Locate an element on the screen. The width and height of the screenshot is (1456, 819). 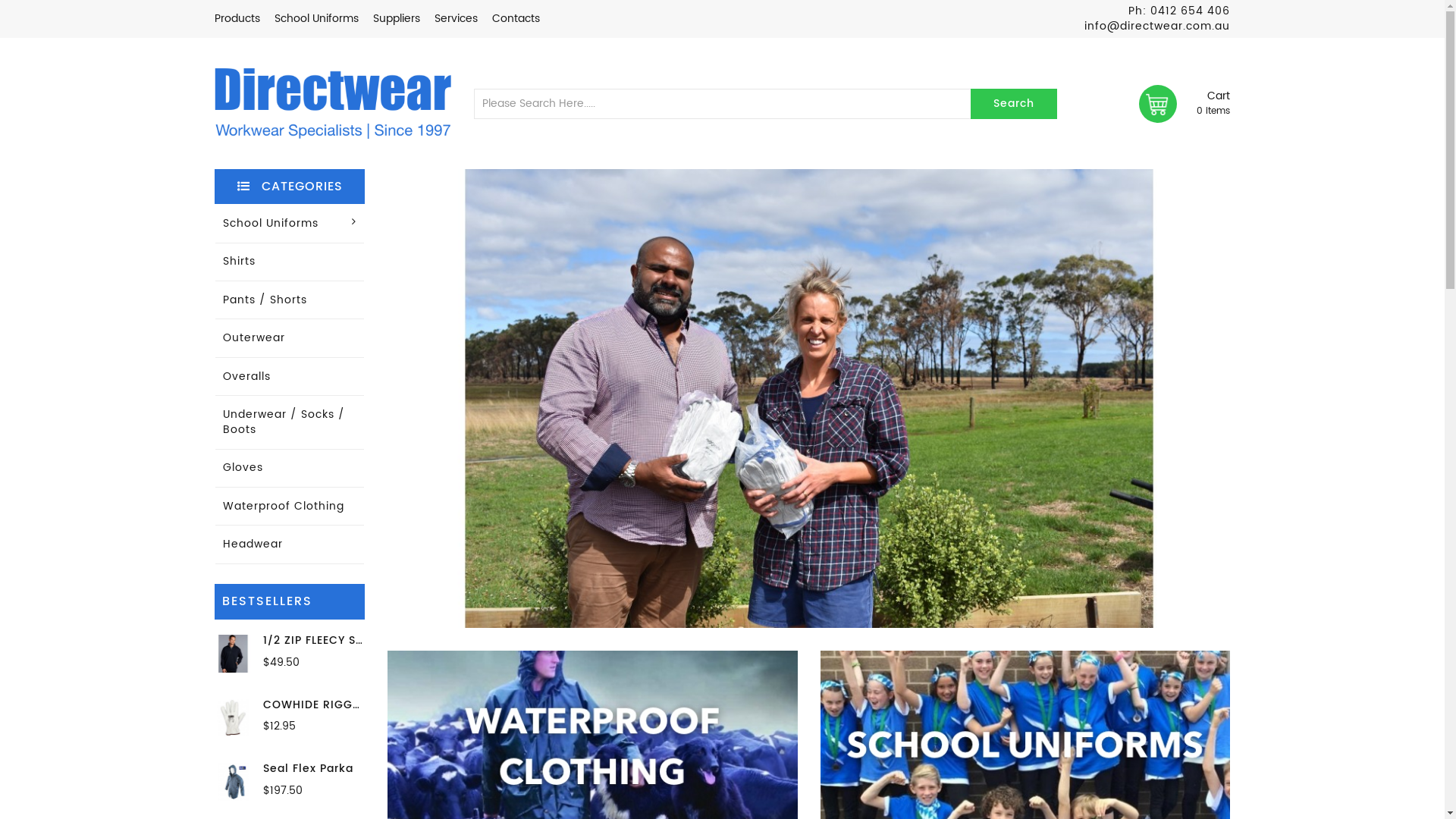
'Directwear' is located at coordinates (331, 102).